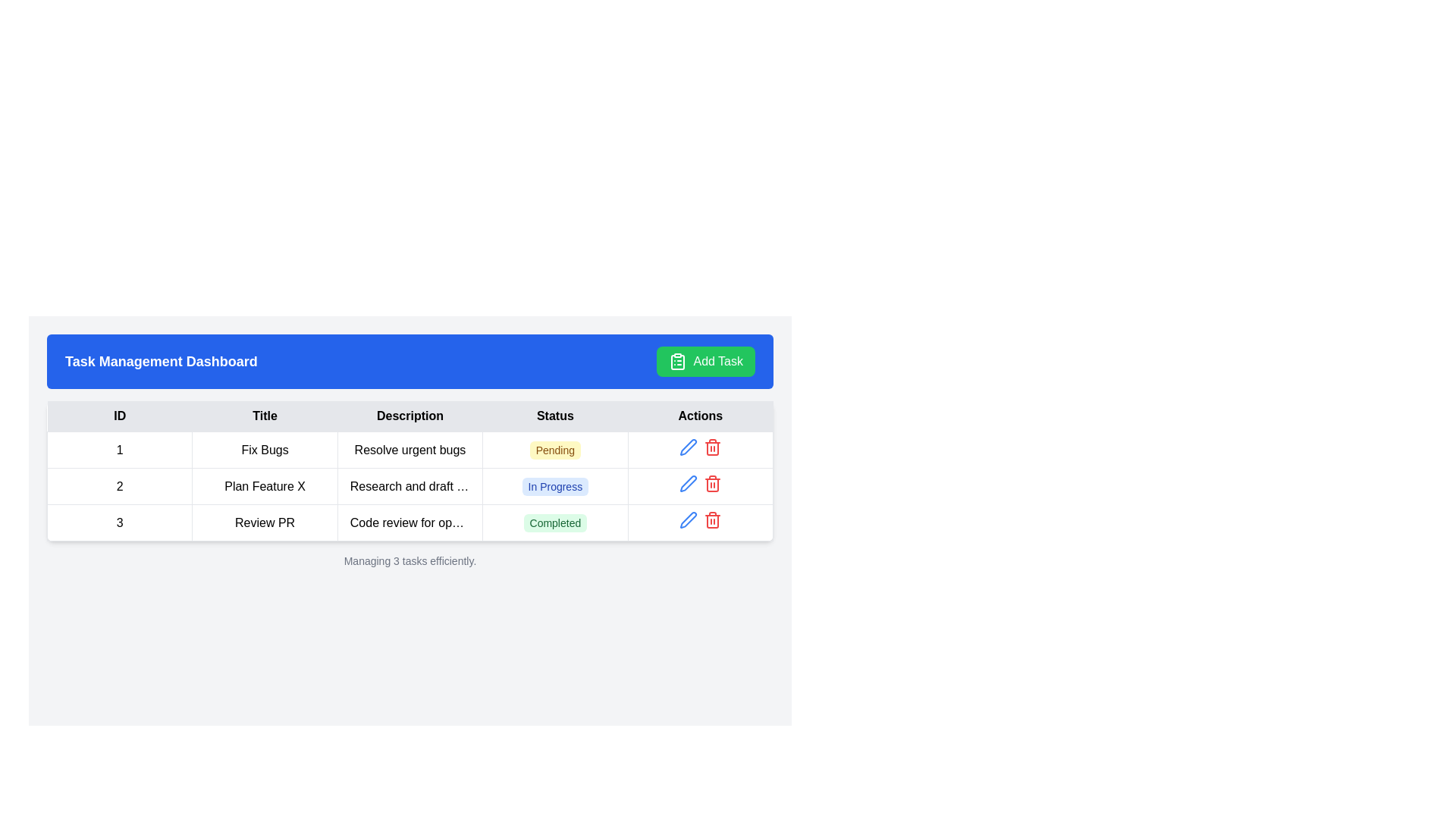 The width and height of the screenshot is (1456, 819). What do you see at coordinates (554, 416) in the screenshot?
I see `the 'Status' label, which is the fourth column header in a table structure, displaying bold black text on a white background` at bounding box center [554, 416].